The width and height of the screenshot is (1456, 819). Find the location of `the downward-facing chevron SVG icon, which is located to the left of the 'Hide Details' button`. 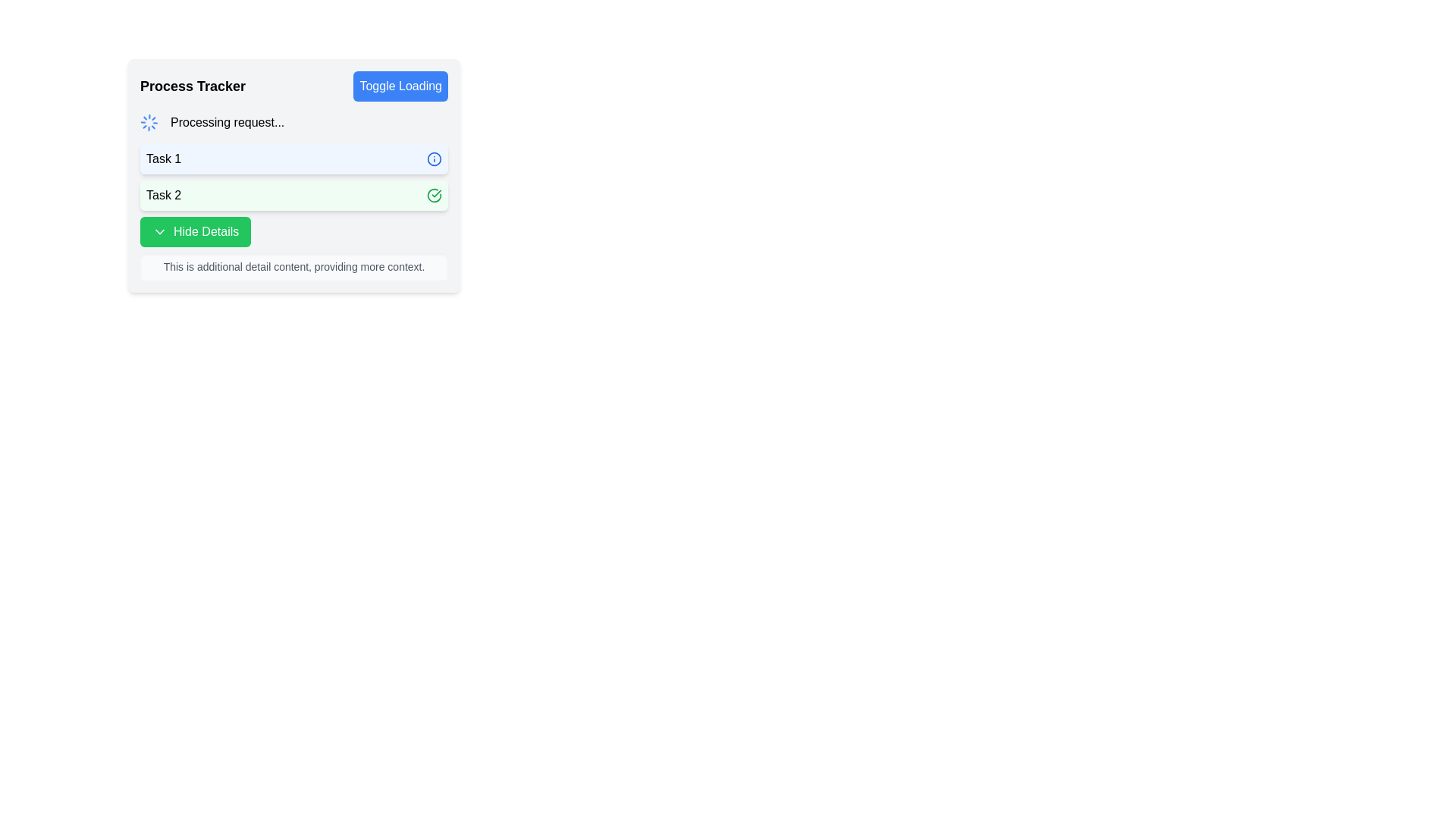

the downward-facing chevron SVG icon, which is located to the left of the 'Hide Details' button is located at coordinates (160, 231).